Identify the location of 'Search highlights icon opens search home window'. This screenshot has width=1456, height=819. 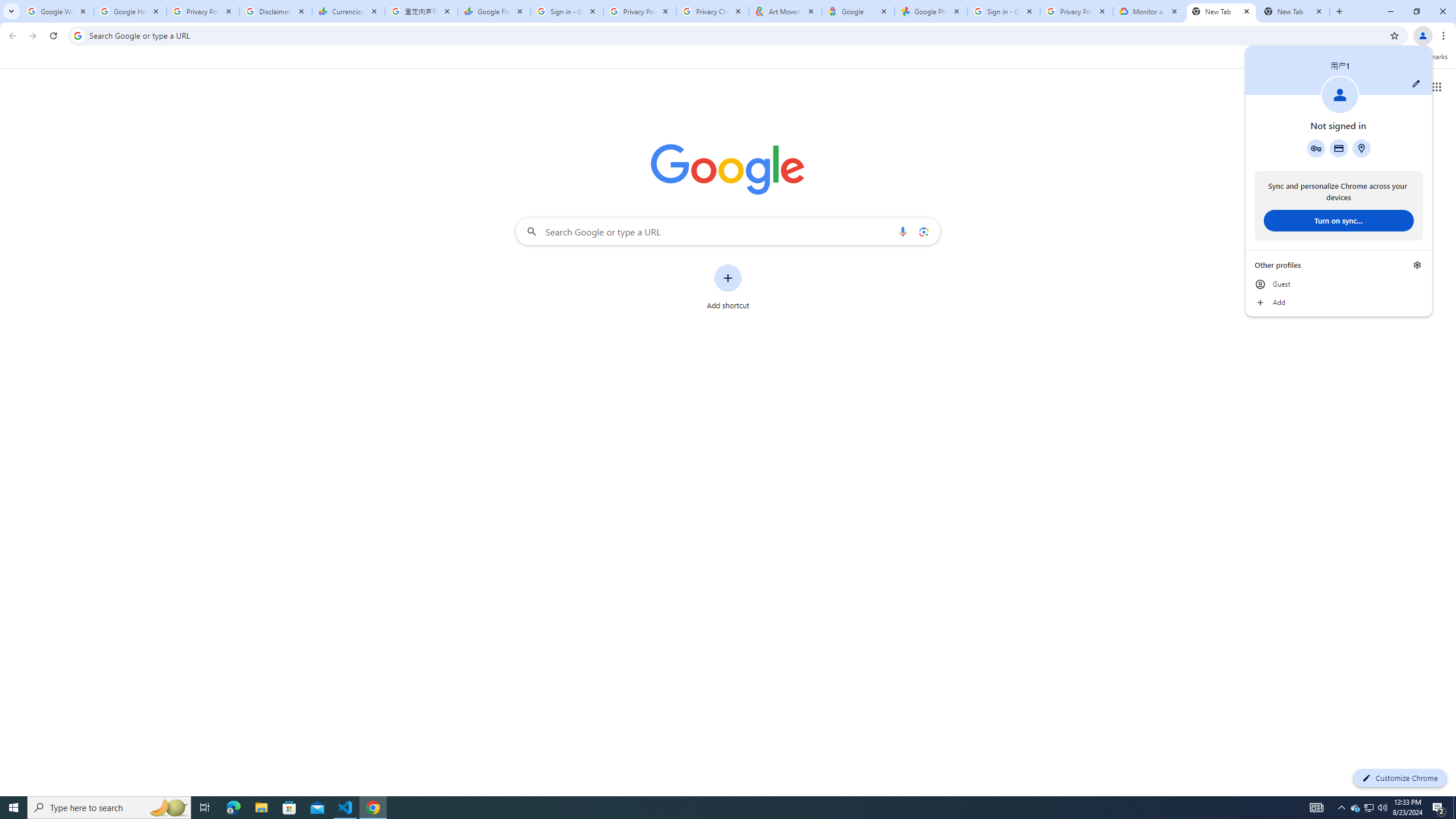
(167, 806).